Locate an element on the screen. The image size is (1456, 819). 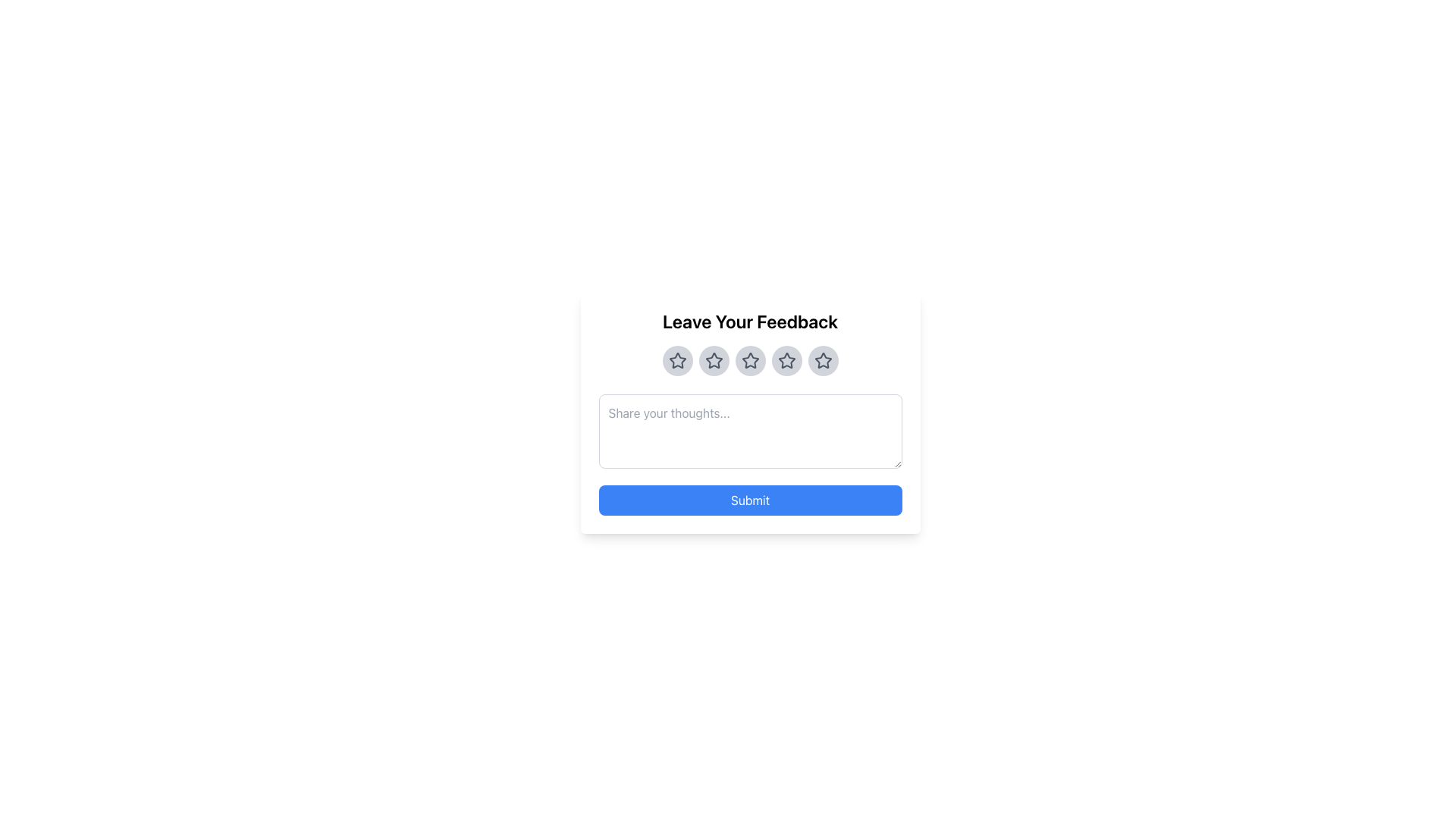
on the filled star-shaped rating icon, which is the second icon in a row of five stars is located at coordinates (713, 360).